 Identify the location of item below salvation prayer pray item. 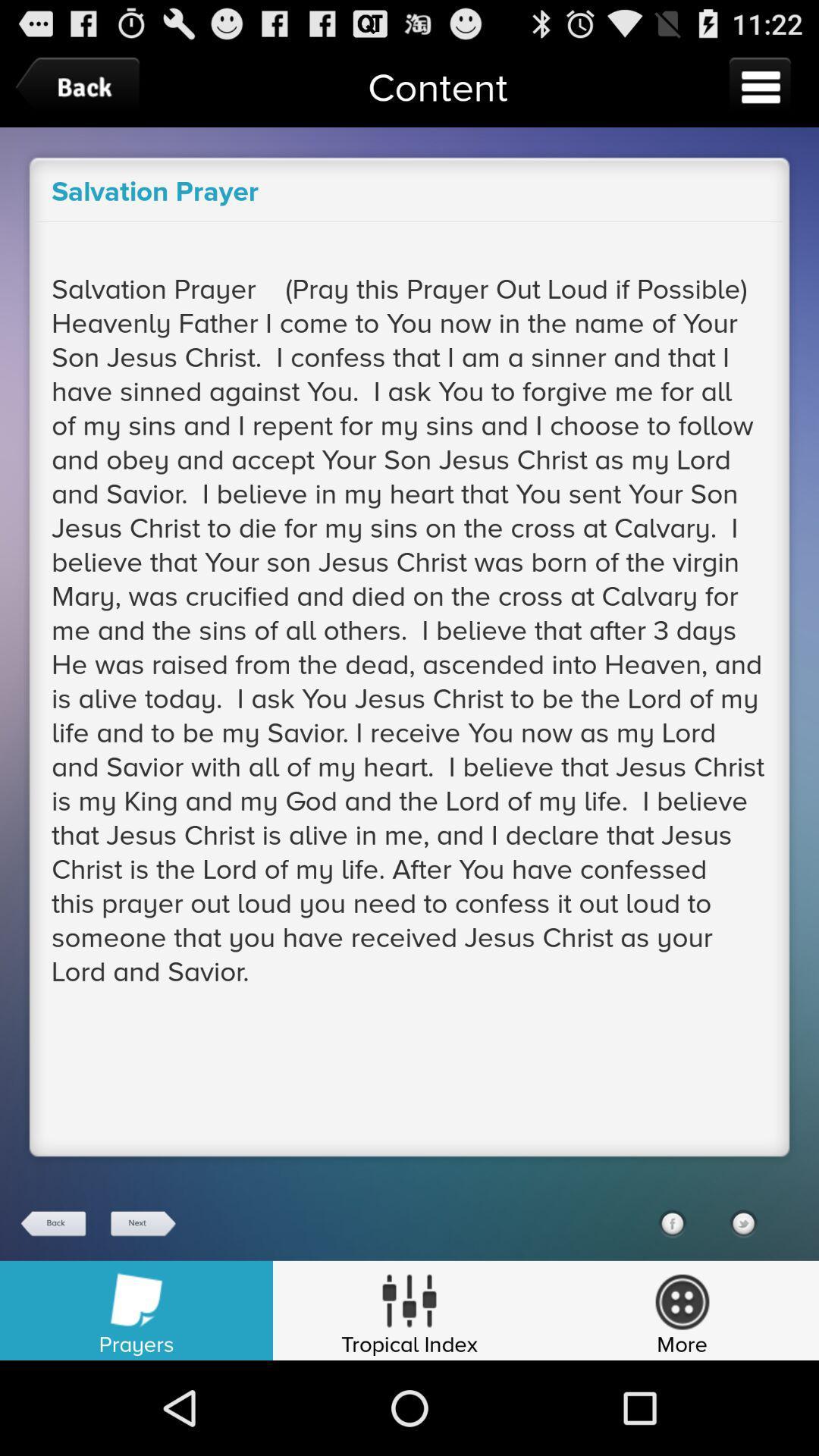
(53, 1223).